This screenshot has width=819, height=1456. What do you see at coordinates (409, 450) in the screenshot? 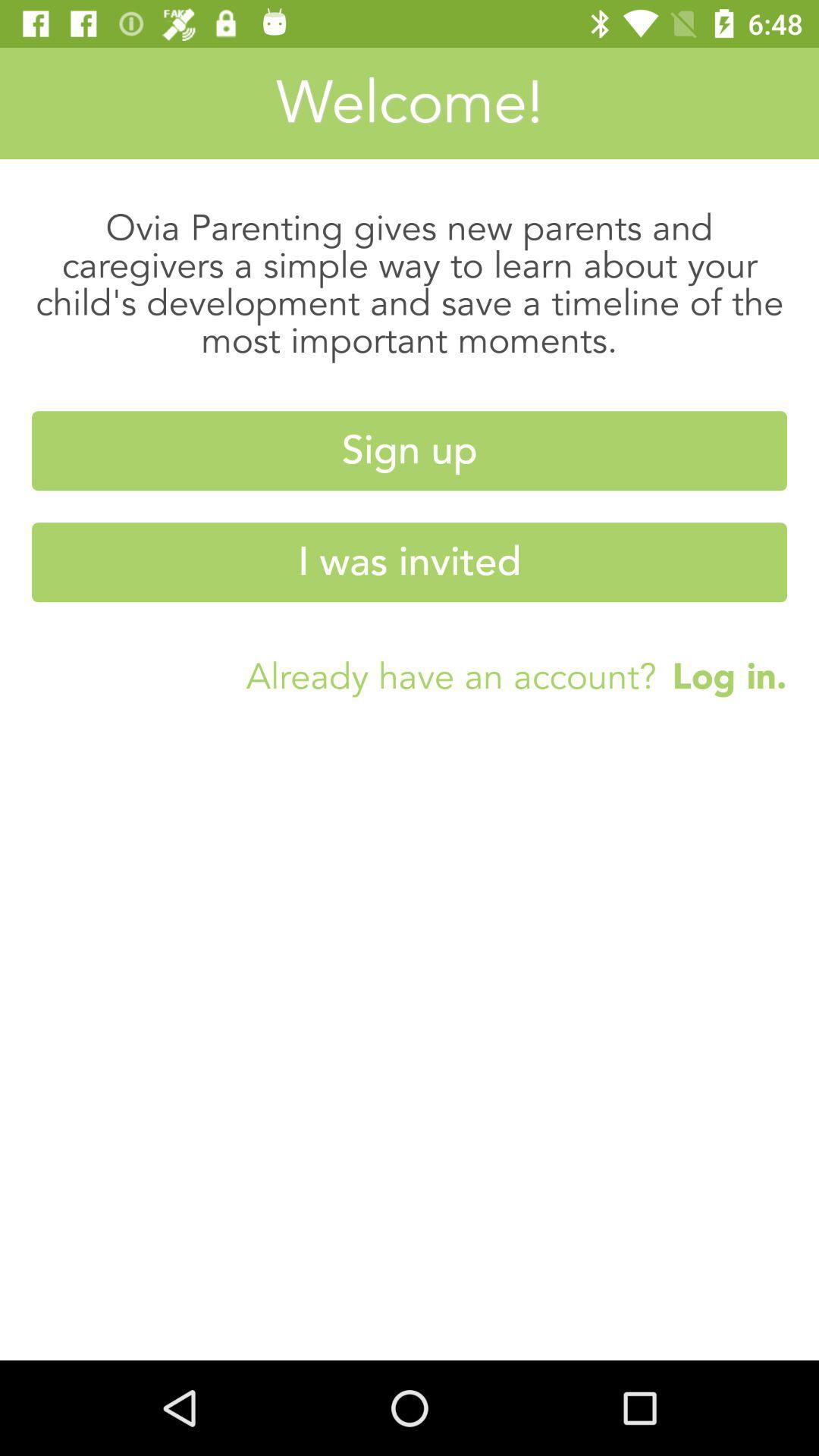
I see `the icon below the ovia parenting gives icon` at bounding box center [409, 450].